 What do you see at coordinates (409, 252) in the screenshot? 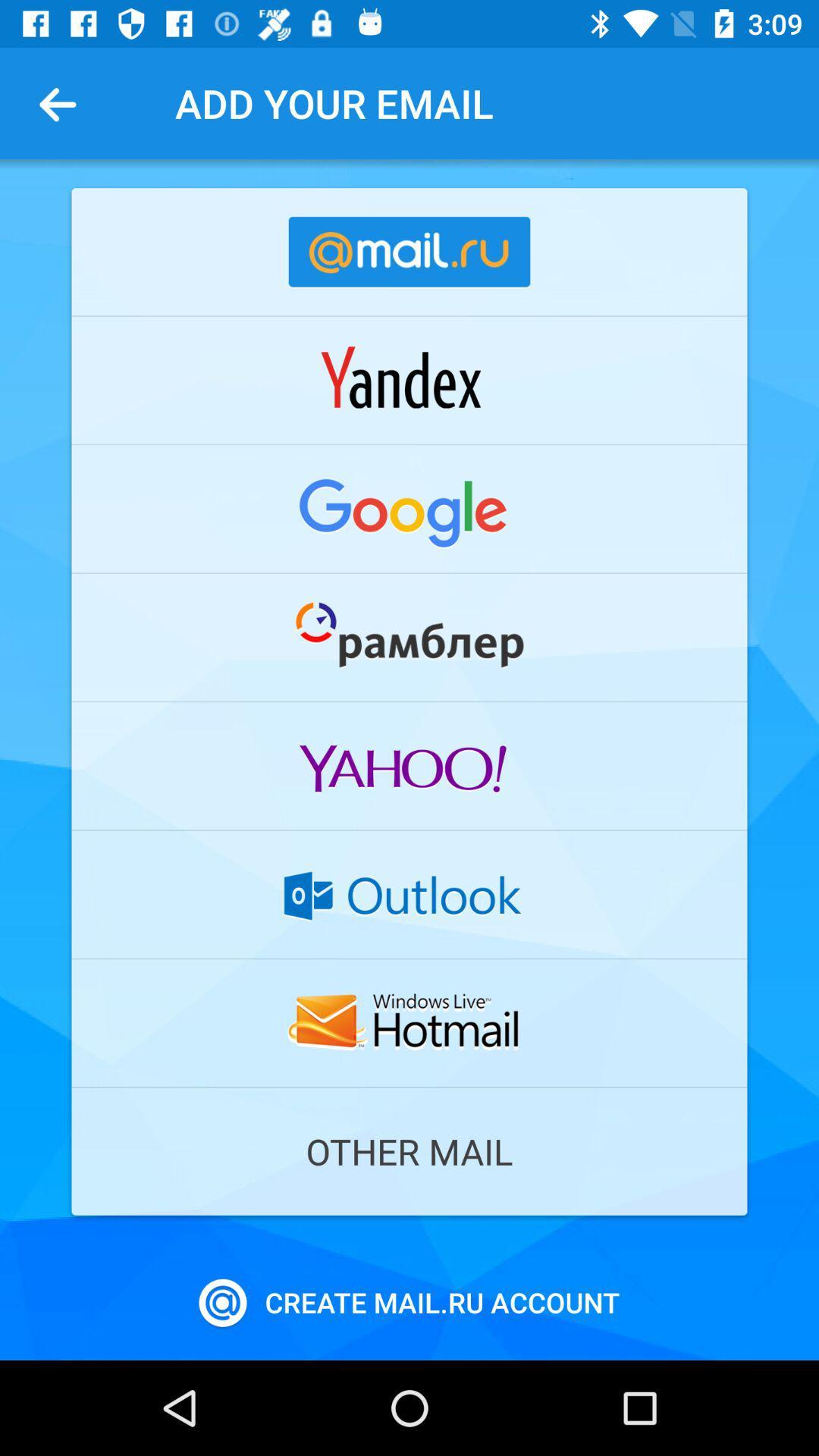
I see `mail.ru selection box` at bounding box center [409, 252].